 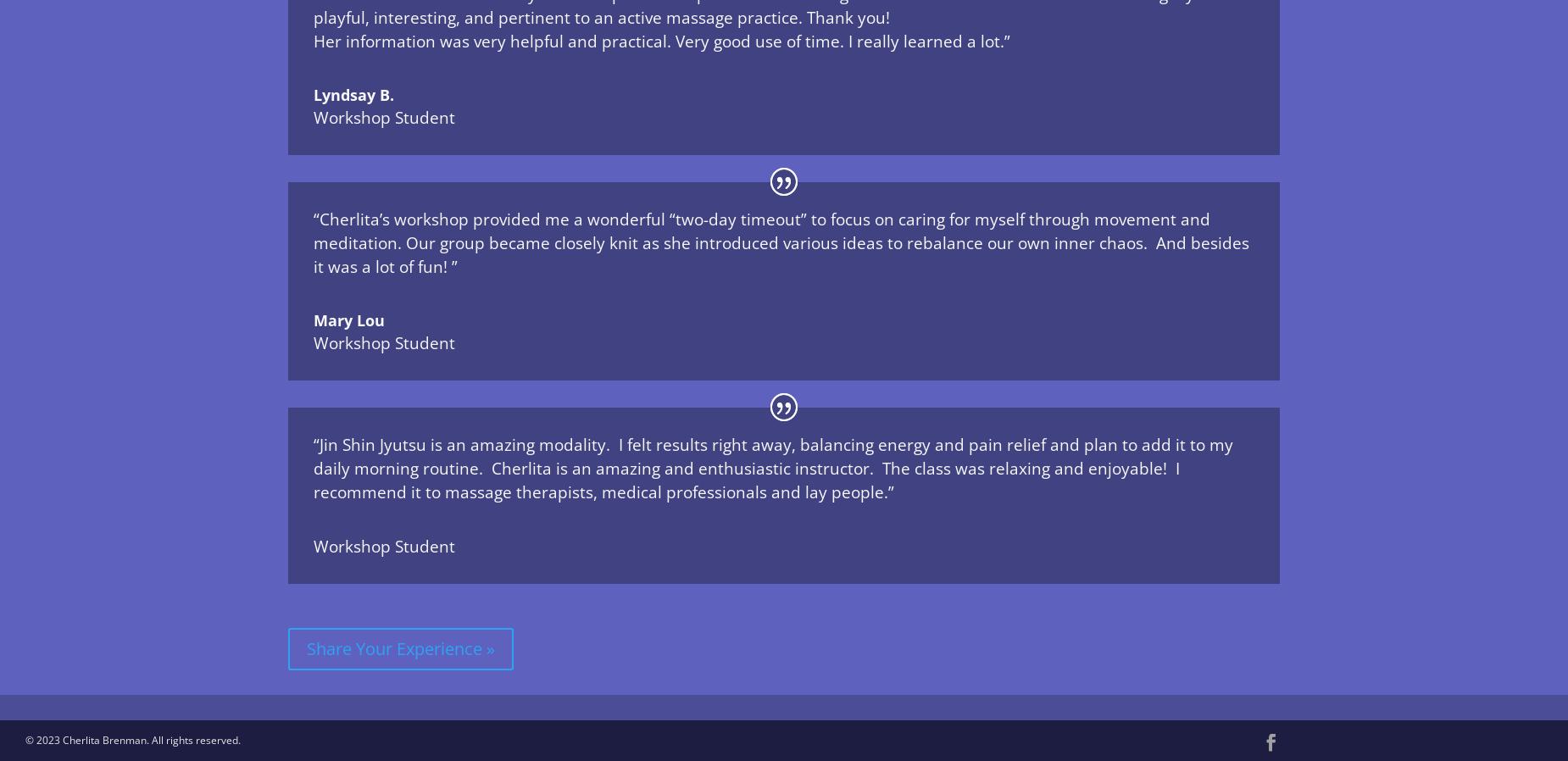 I want to click on 'rebalance', so click(x=943, y=242).